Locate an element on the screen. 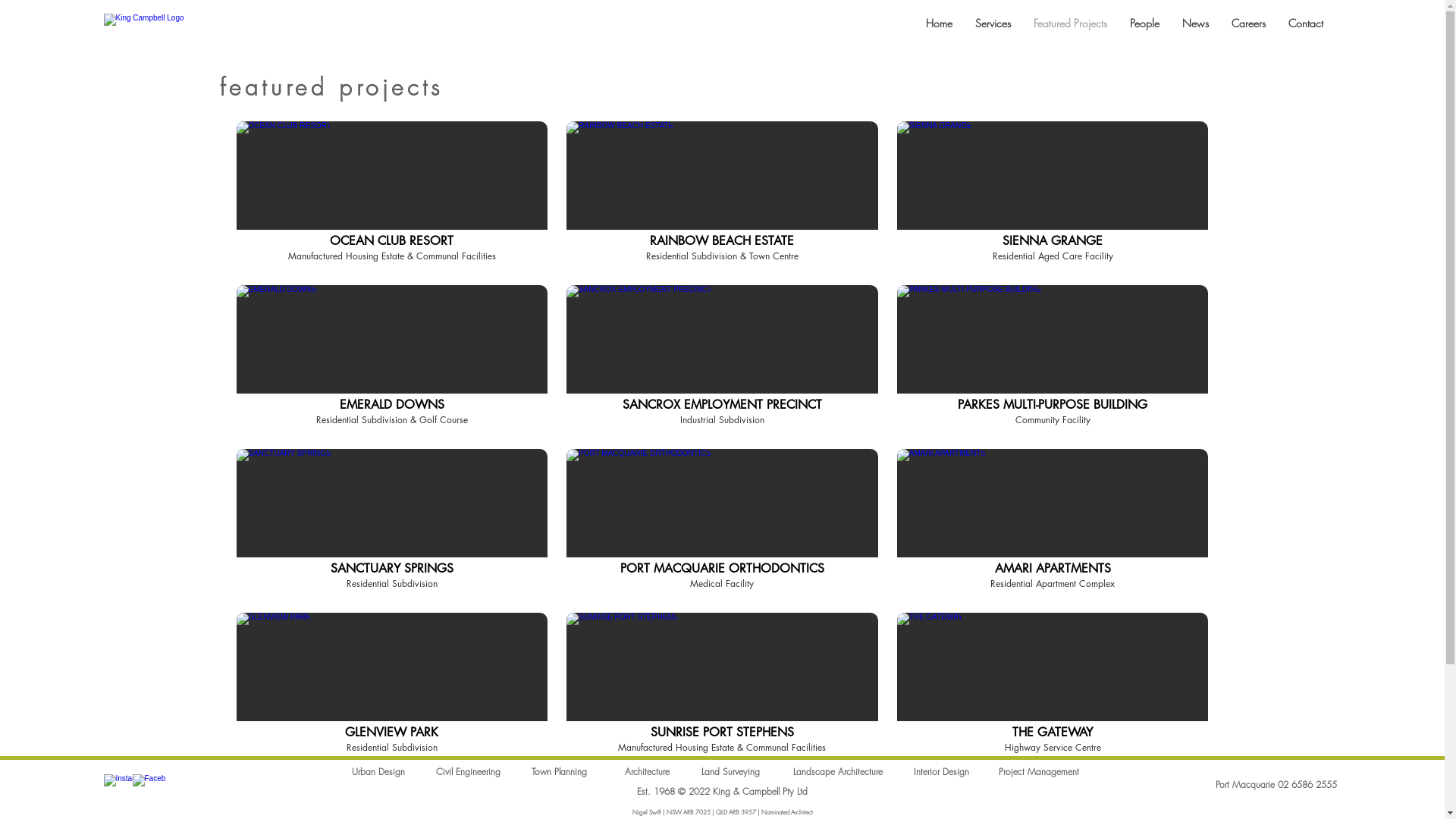 The width and height of the screenshot is (1456, 819). 'THE GATEWAY is located at coordinates (1052, 685).